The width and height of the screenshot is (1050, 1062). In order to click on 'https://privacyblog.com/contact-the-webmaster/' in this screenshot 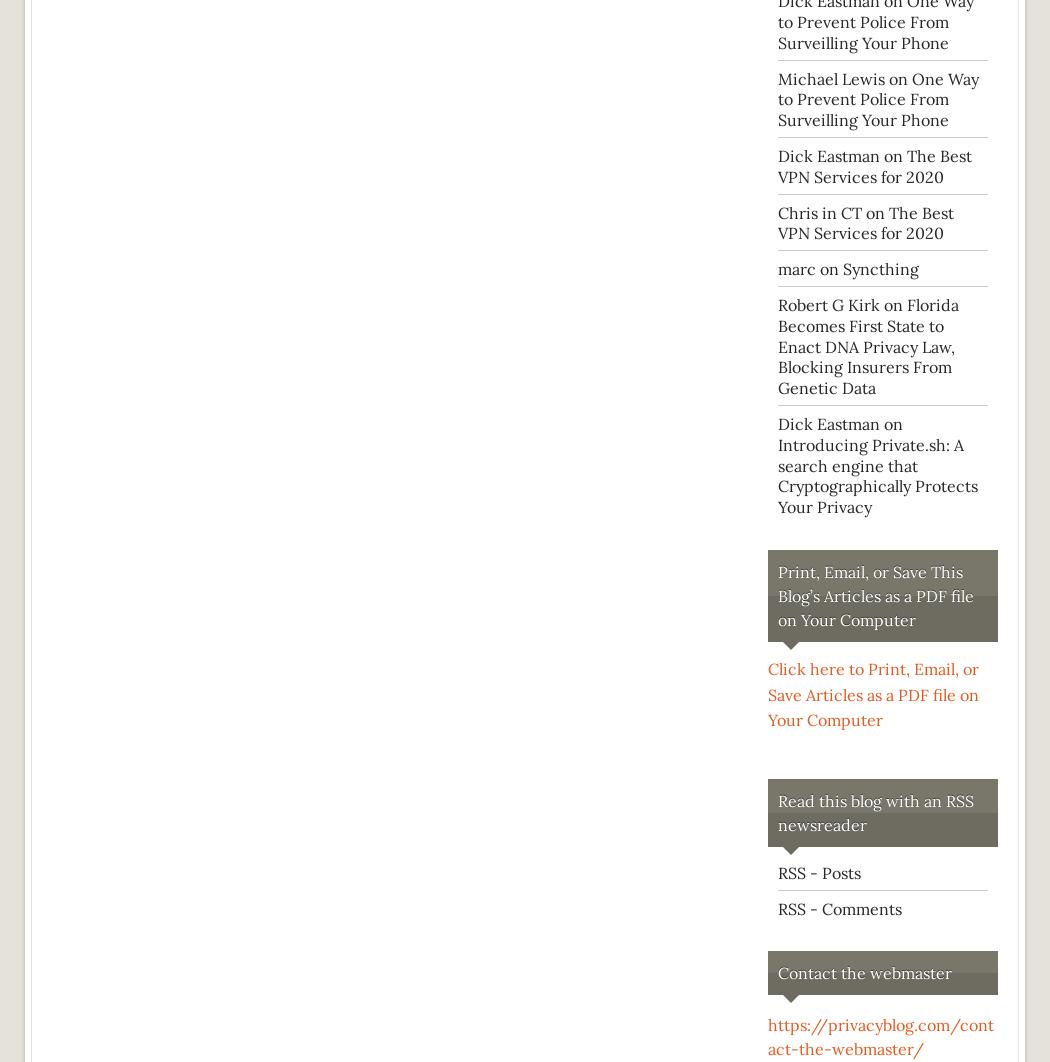, I will do `click(879, 1036)`.